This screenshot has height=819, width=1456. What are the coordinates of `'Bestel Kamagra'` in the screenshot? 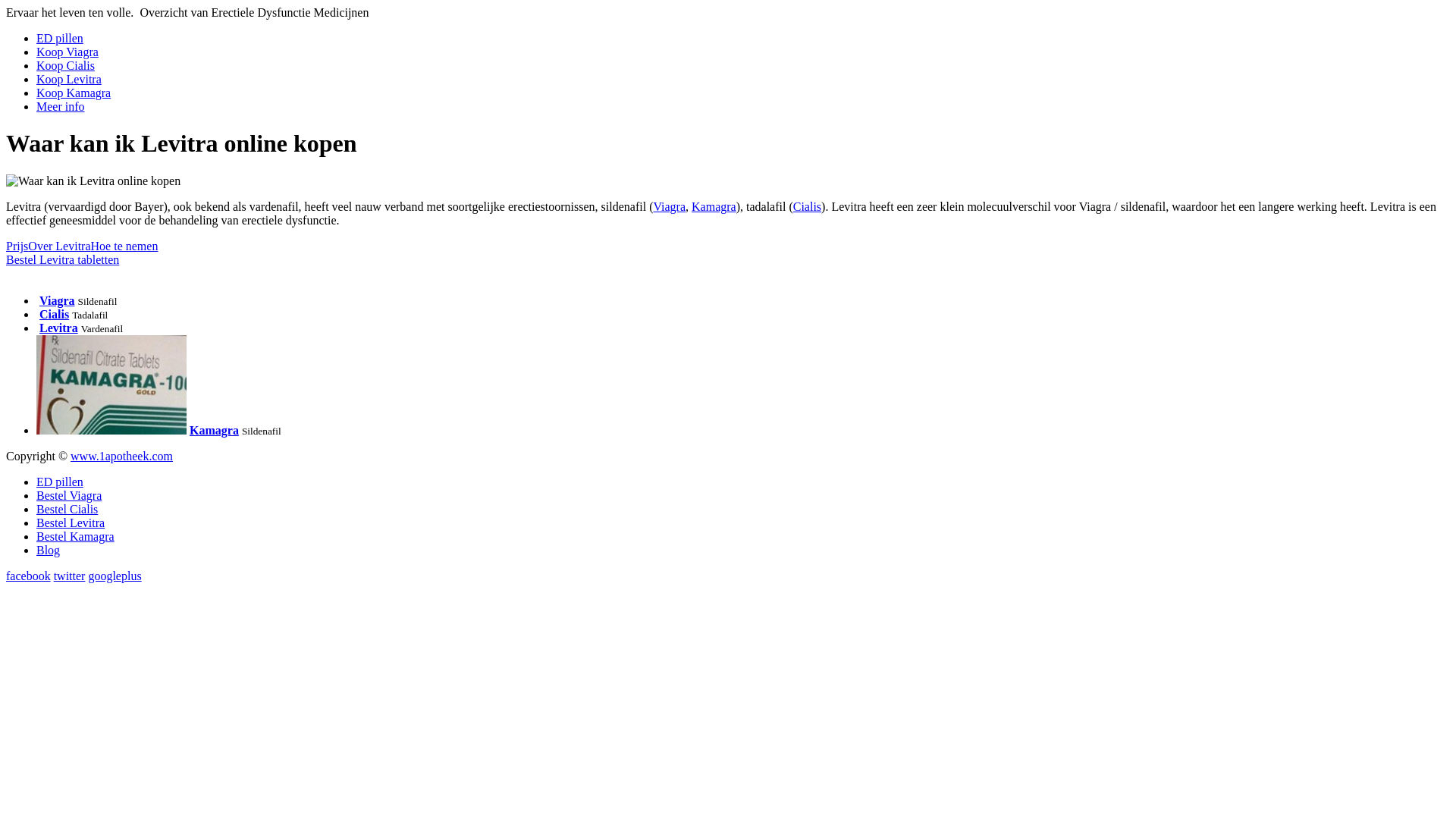 It's located at (74, 535).